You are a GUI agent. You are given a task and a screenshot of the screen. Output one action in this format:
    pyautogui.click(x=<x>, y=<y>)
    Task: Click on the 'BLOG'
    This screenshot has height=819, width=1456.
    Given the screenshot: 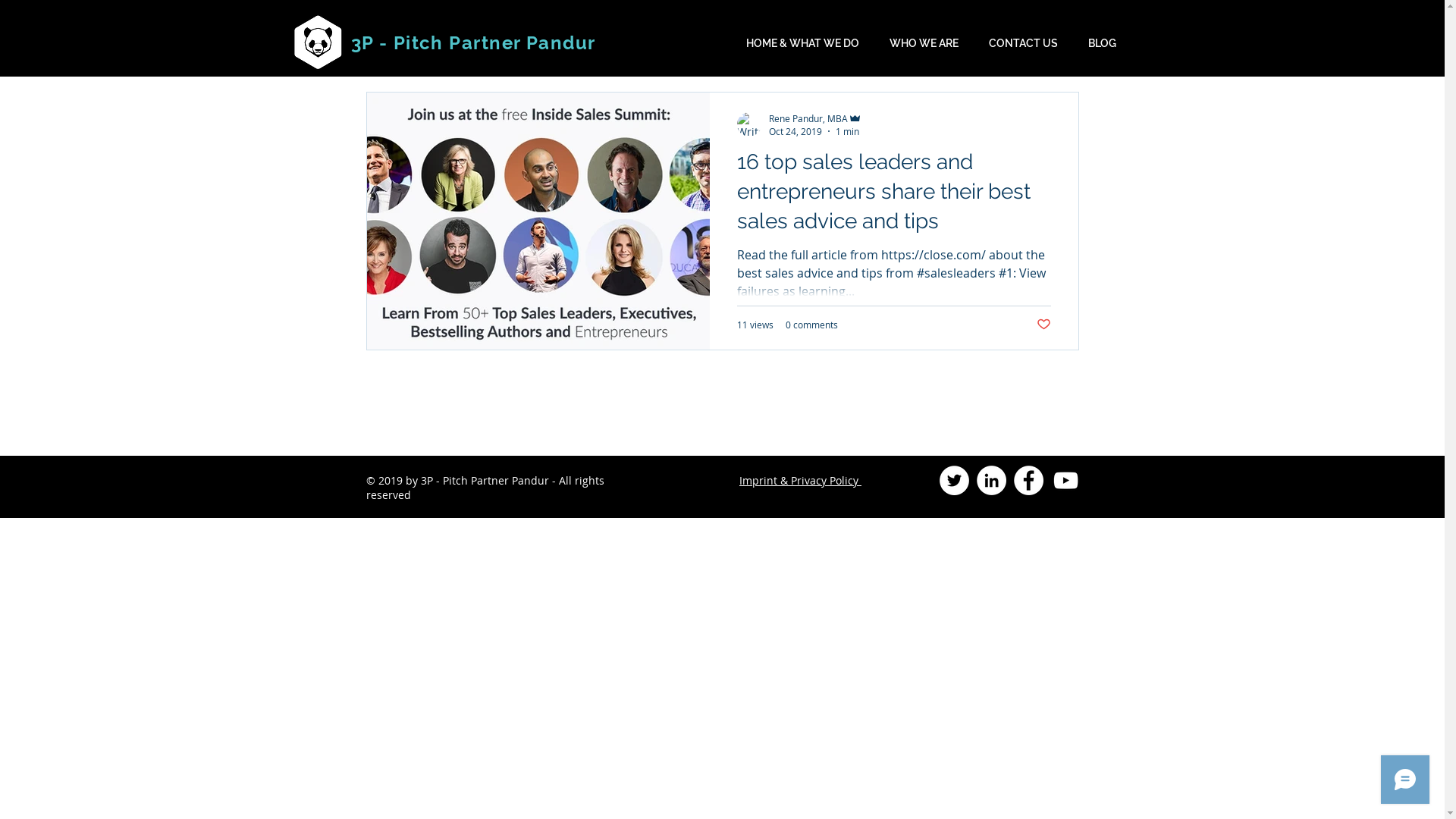 What is the action you would take?
    pyautogui.click(x=1072, y=42)
    